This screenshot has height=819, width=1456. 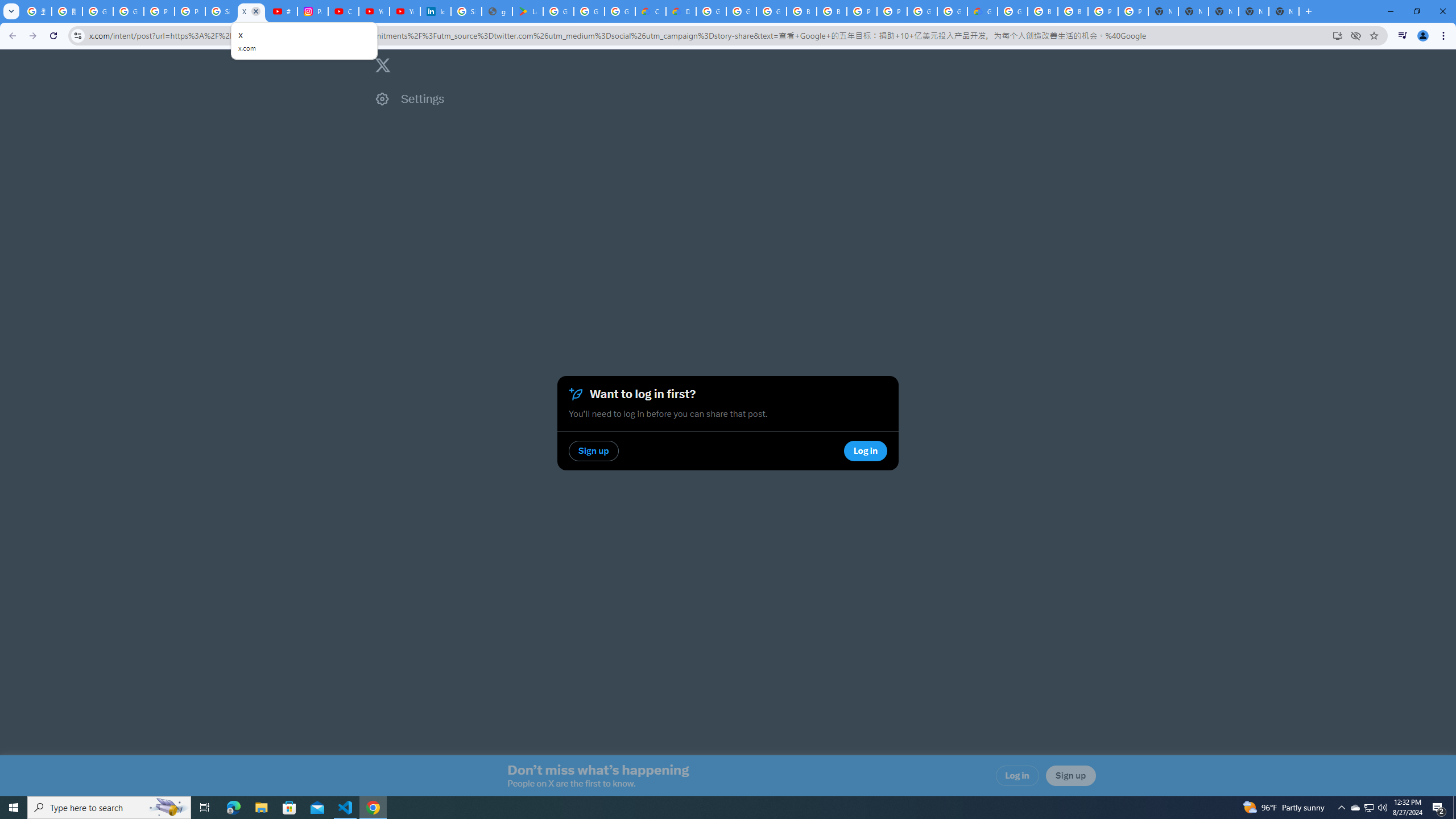 I want to click on 'Control your music, videos, and more', so click(x=1403, y=35).